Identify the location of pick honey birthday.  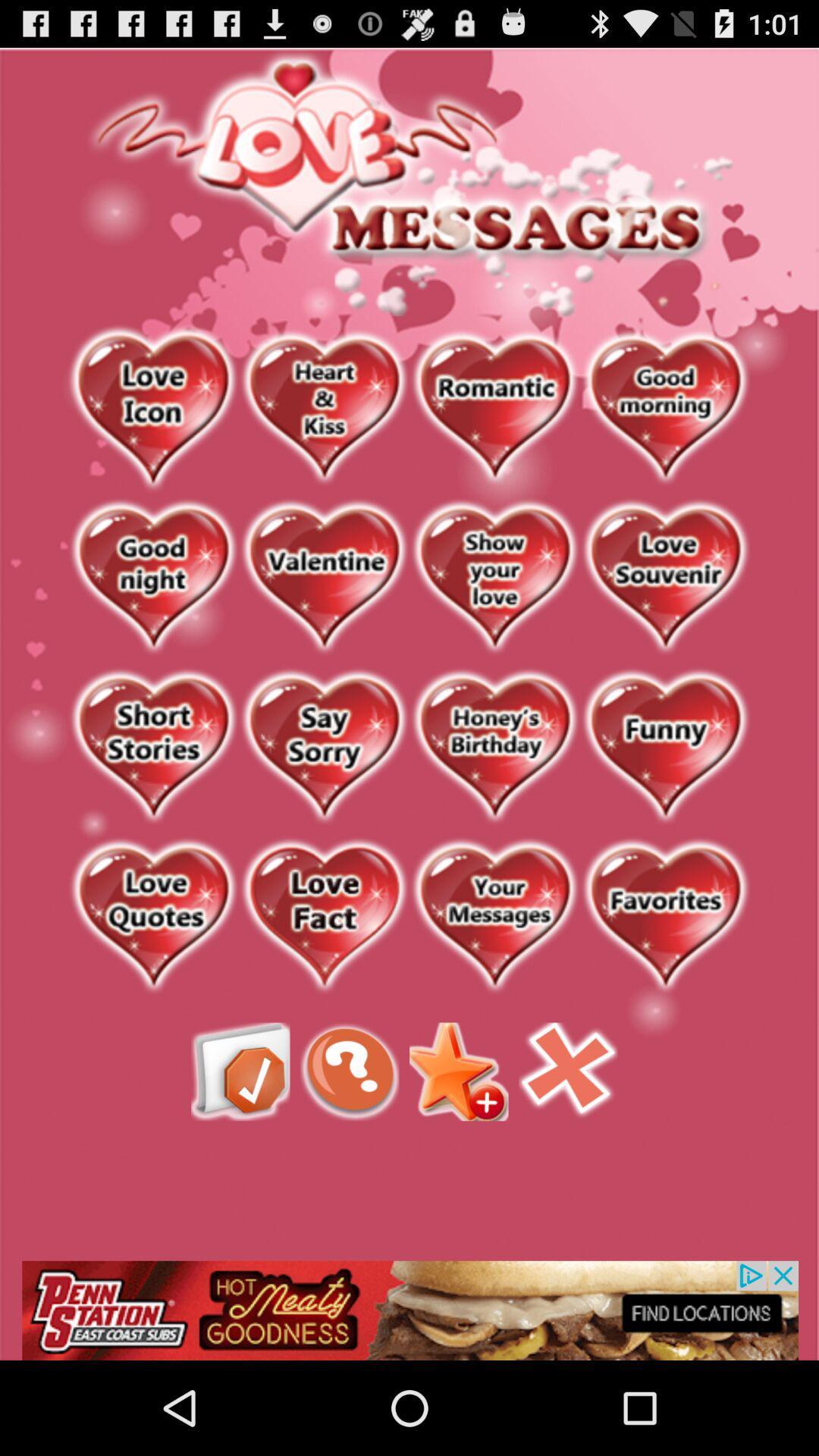
(494, 748).